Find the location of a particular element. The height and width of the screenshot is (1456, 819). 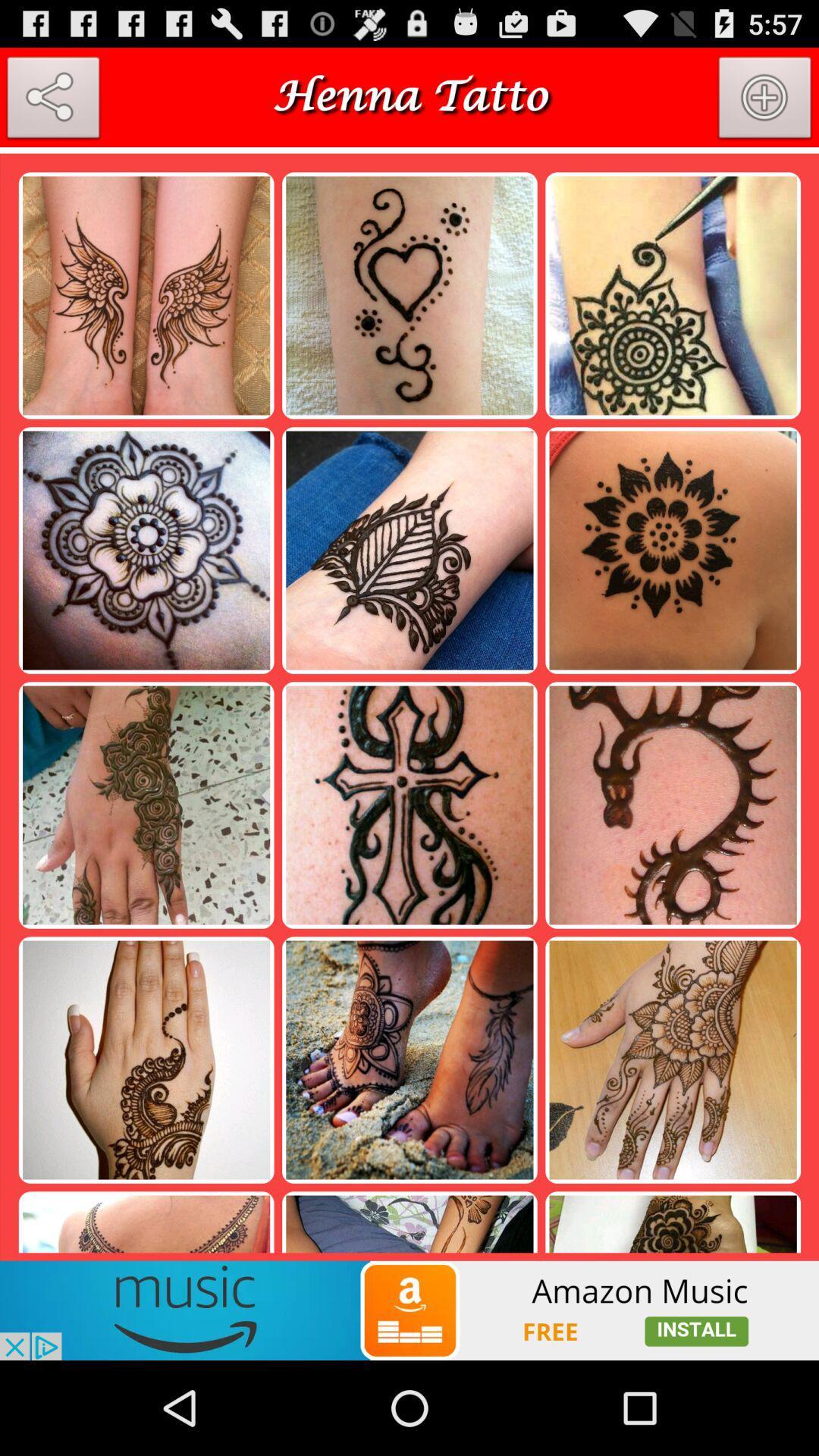

videos of mehndi designs tutorial that how to make mehndi designs easily is located at coordinates (409, 1310).